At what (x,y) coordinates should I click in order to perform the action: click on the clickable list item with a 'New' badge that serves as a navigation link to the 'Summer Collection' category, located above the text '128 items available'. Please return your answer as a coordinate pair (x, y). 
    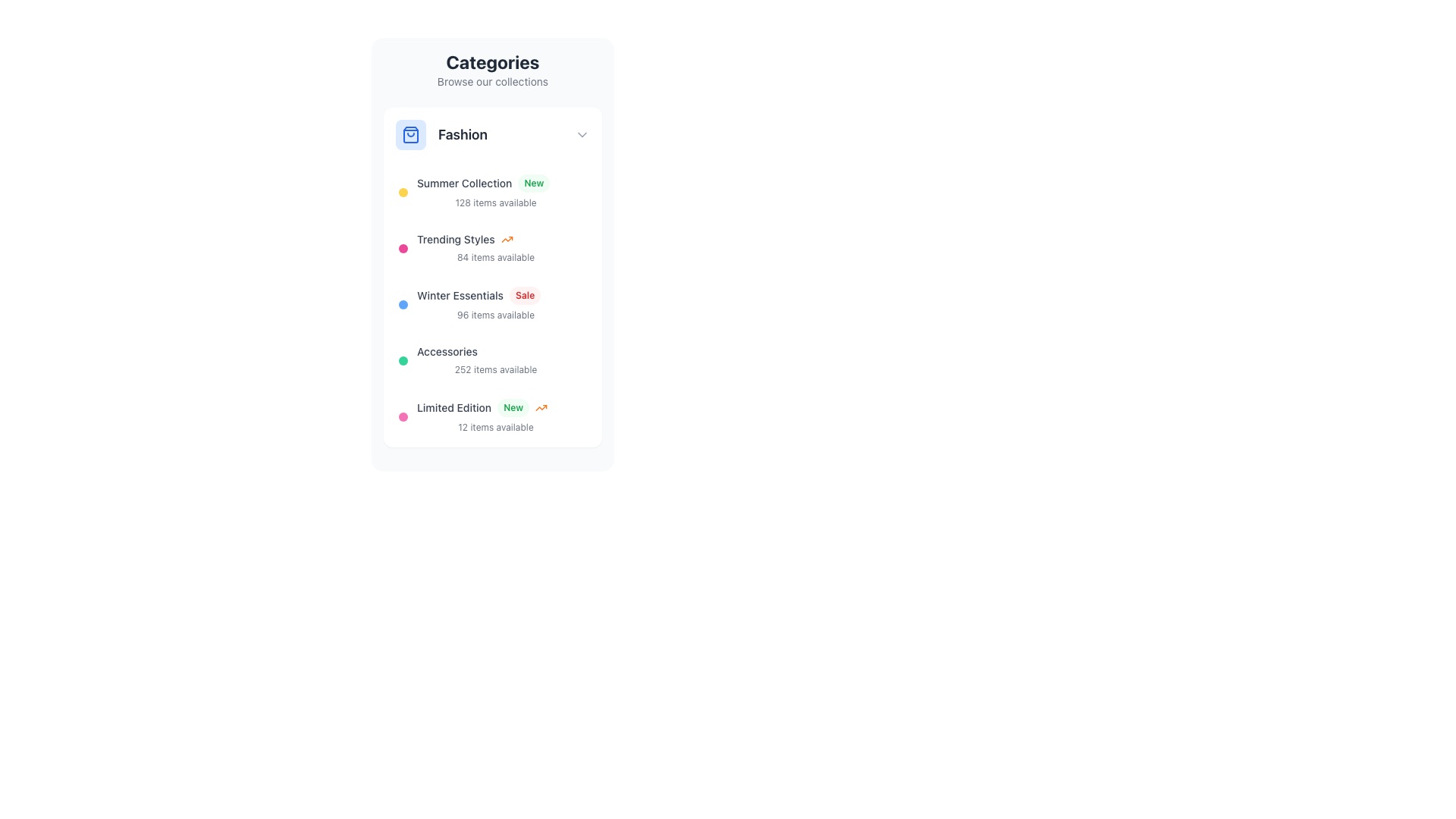
    Looking at the image, I should click on (495, 183).